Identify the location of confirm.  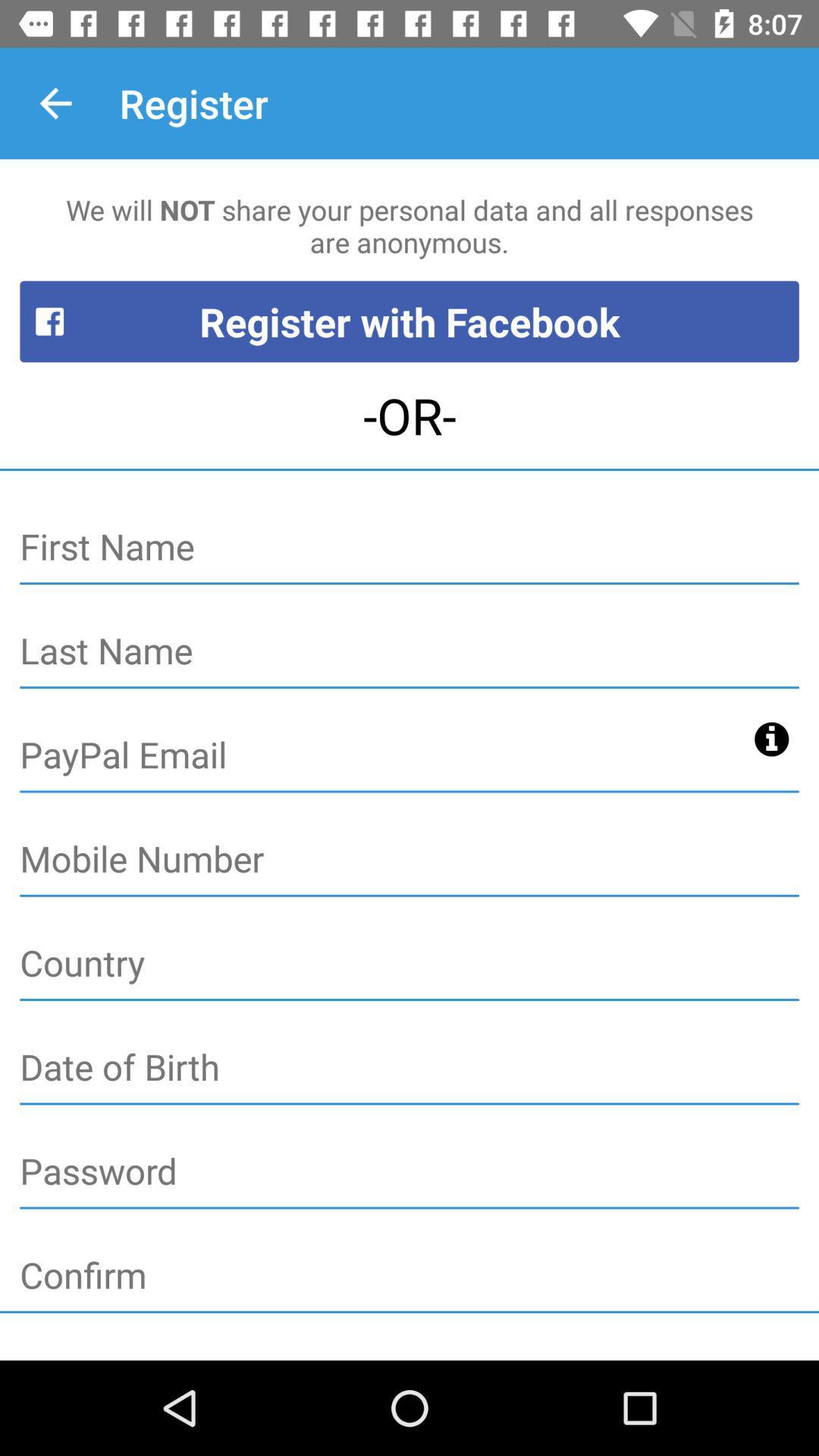
(409, 1276).